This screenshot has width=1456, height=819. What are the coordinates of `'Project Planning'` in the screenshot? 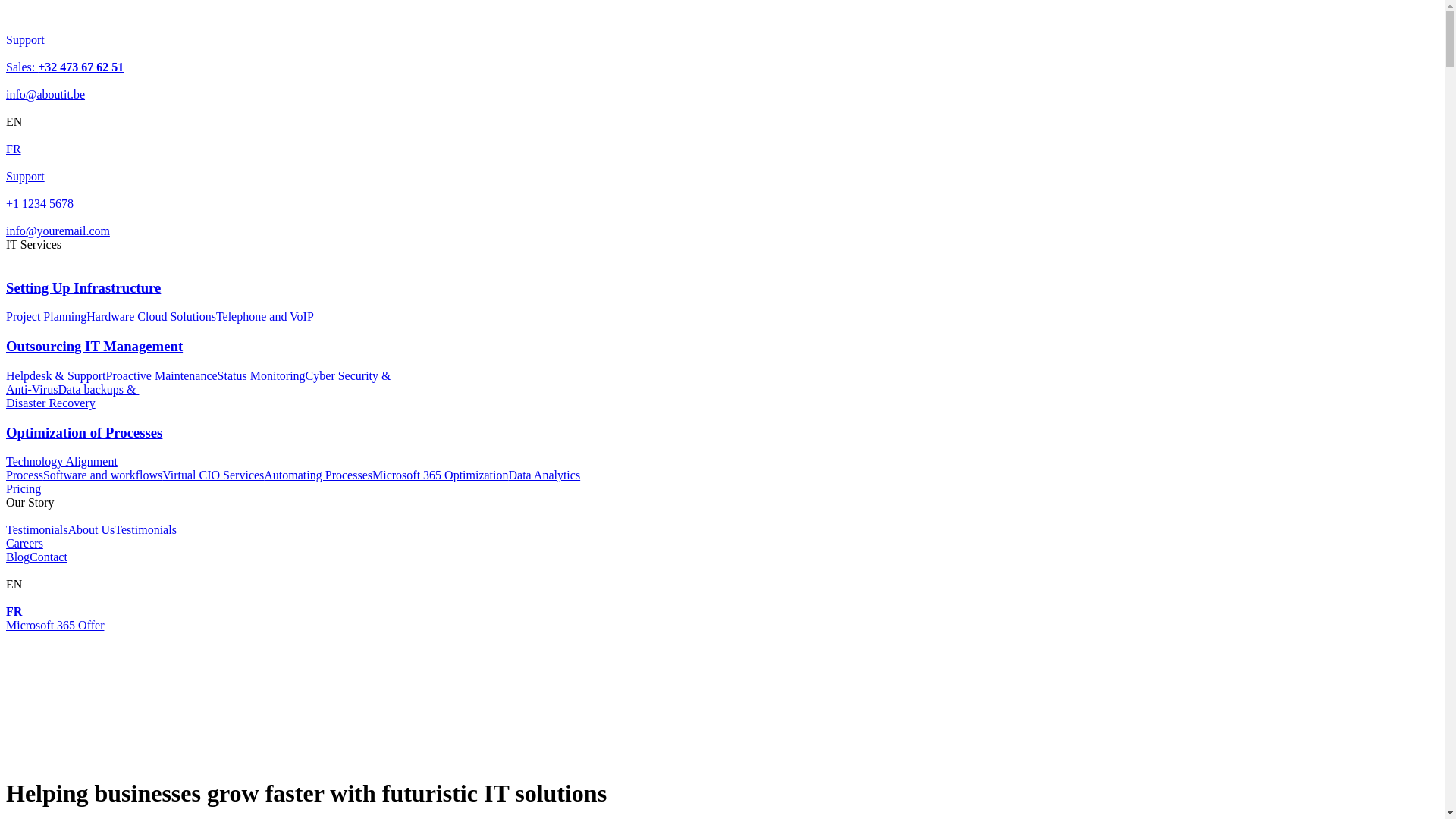 It's located at (46, 315).